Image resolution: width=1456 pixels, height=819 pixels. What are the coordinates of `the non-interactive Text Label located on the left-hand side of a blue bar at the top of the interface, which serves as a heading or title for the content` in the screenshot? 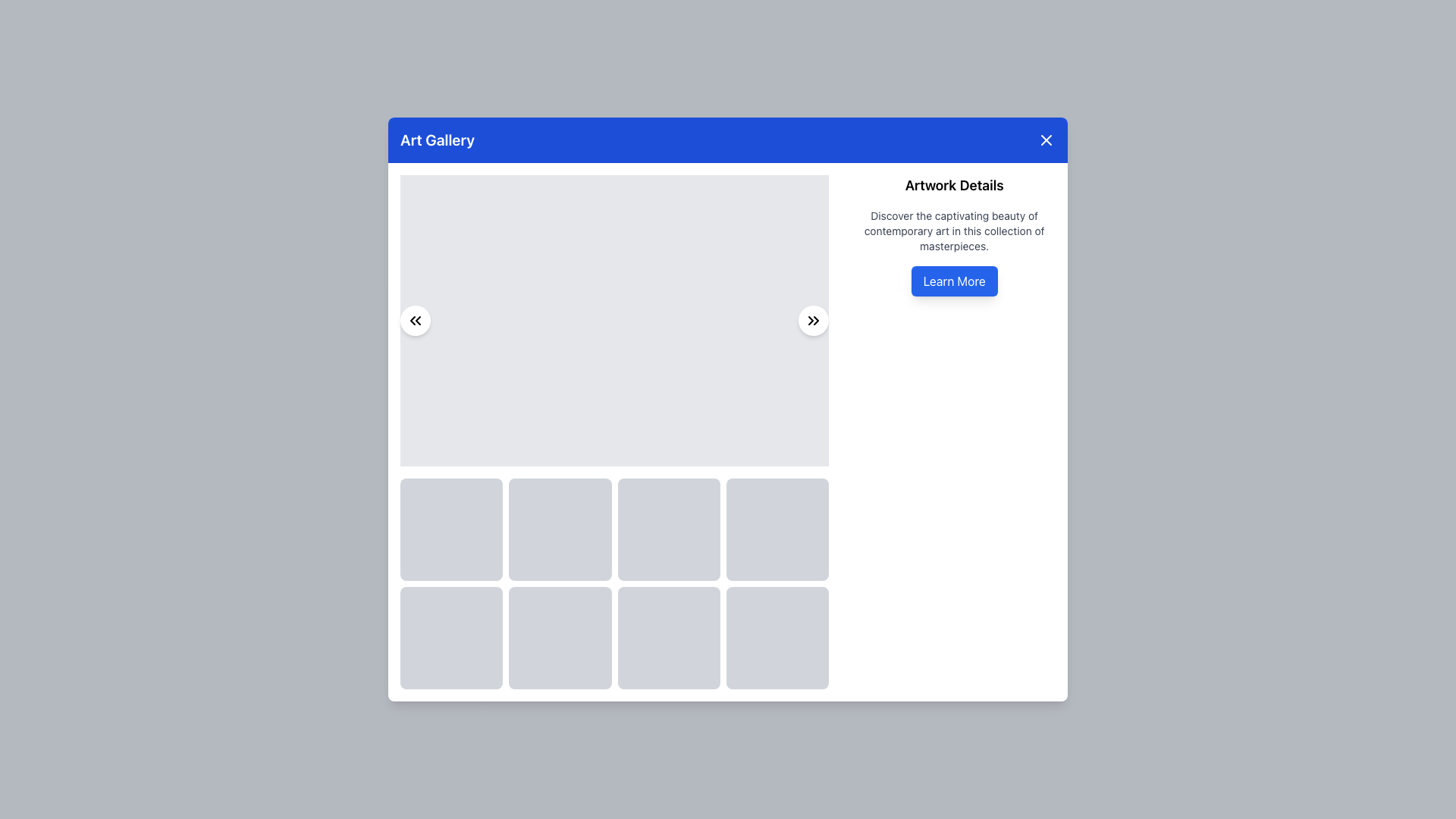 It's located at (436, 140).